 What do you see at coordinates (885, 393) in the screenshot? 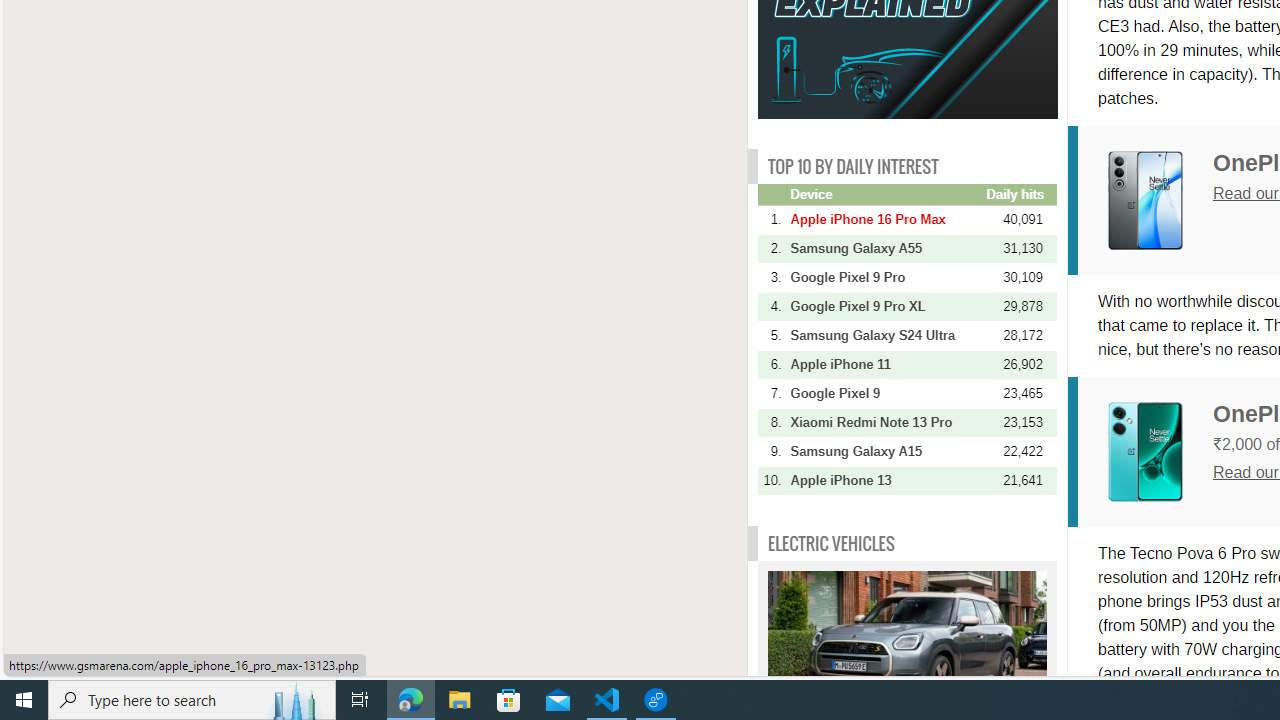
I see `'Google Pixel 9'` at bounding box center [885, 393].